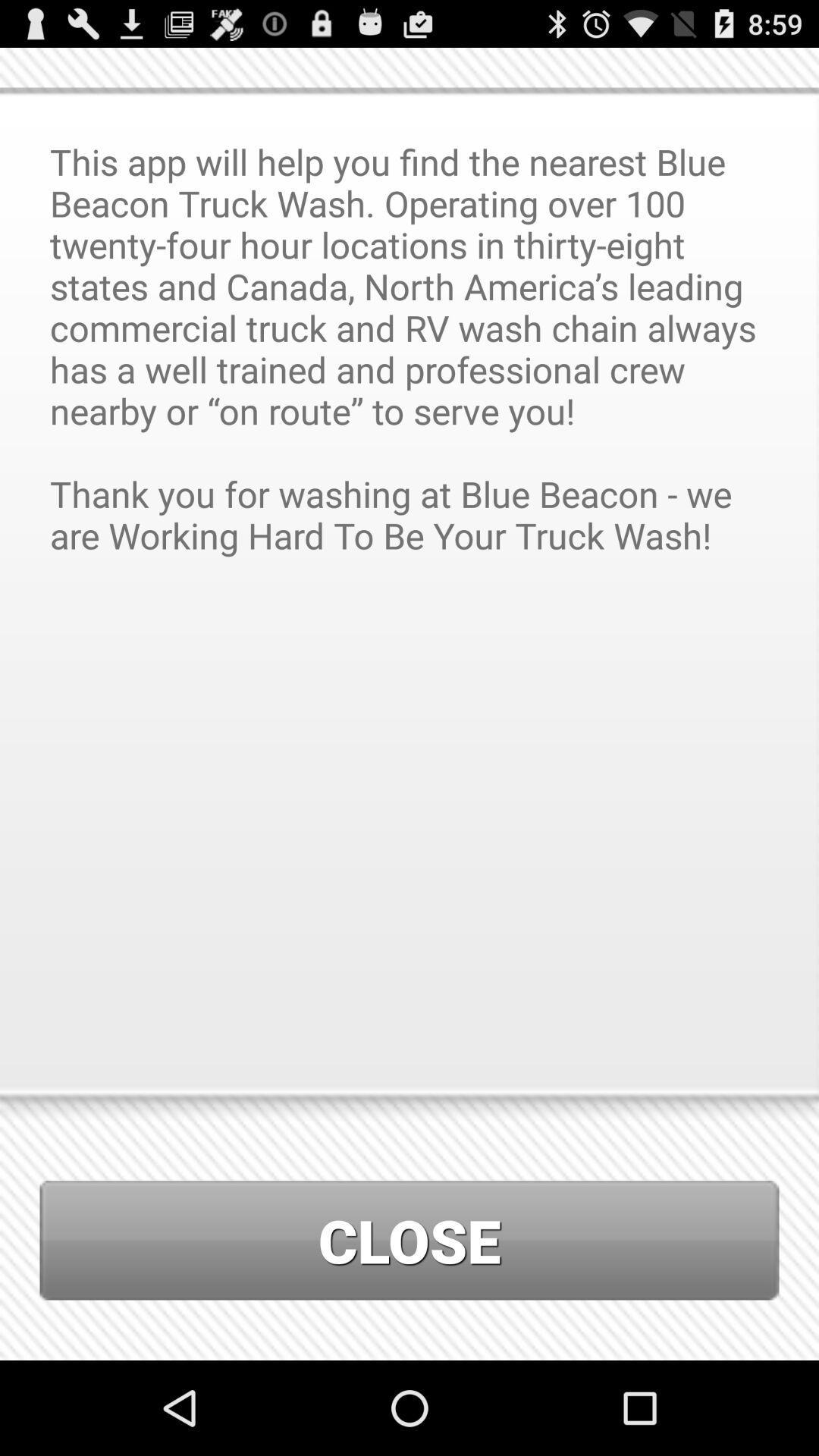 Image resolution: width=819 pixels, height=1456 pixels. I want to click on the icon below the this app will icon, so click(409, 1240).